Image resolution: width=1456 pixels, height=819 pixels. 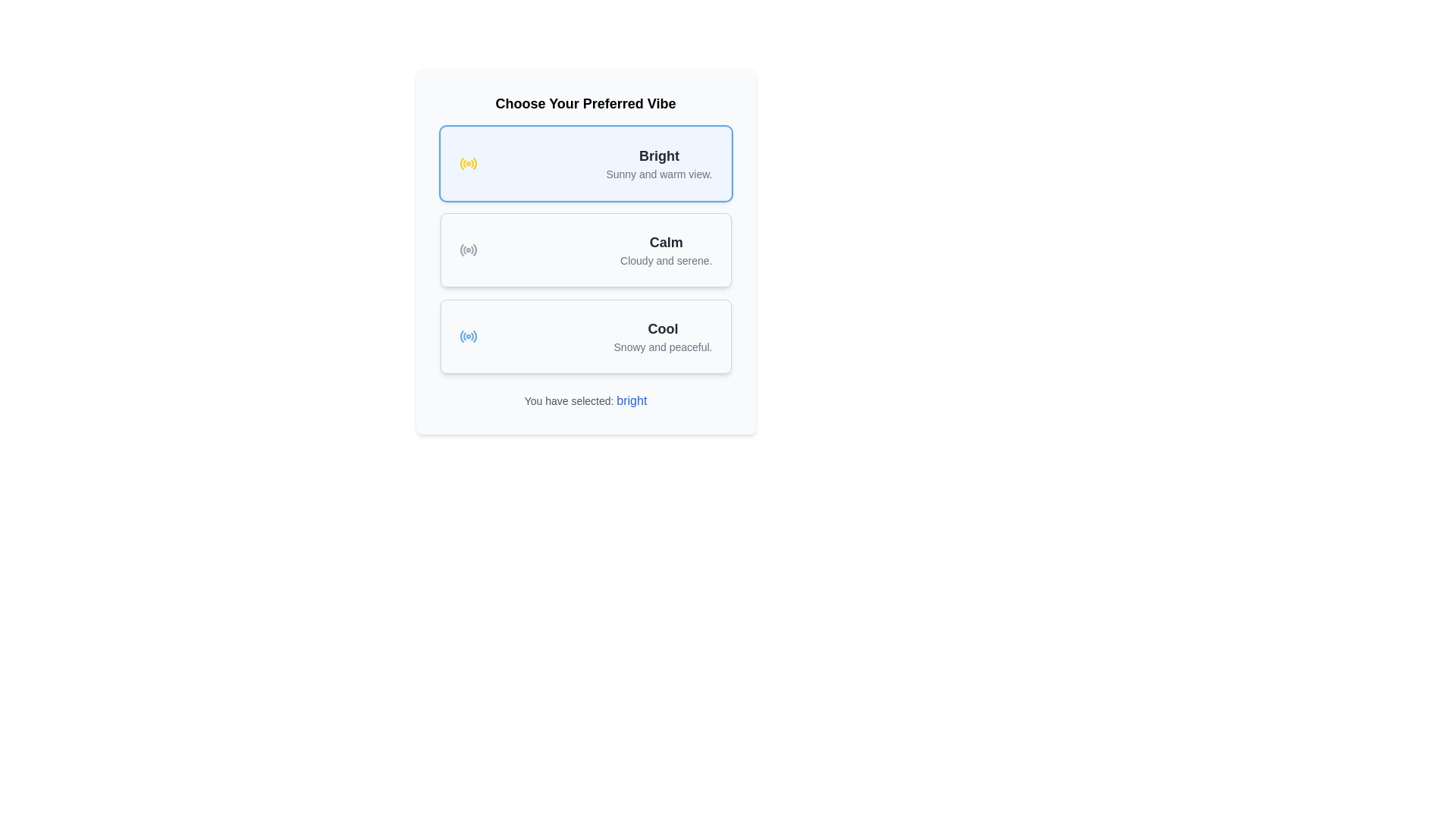 I want to click on the text notification located below the selectable options ('Bright', 'Calm', and 'Cool'), which informs the user of their current selection, so click(x=585, y=400).